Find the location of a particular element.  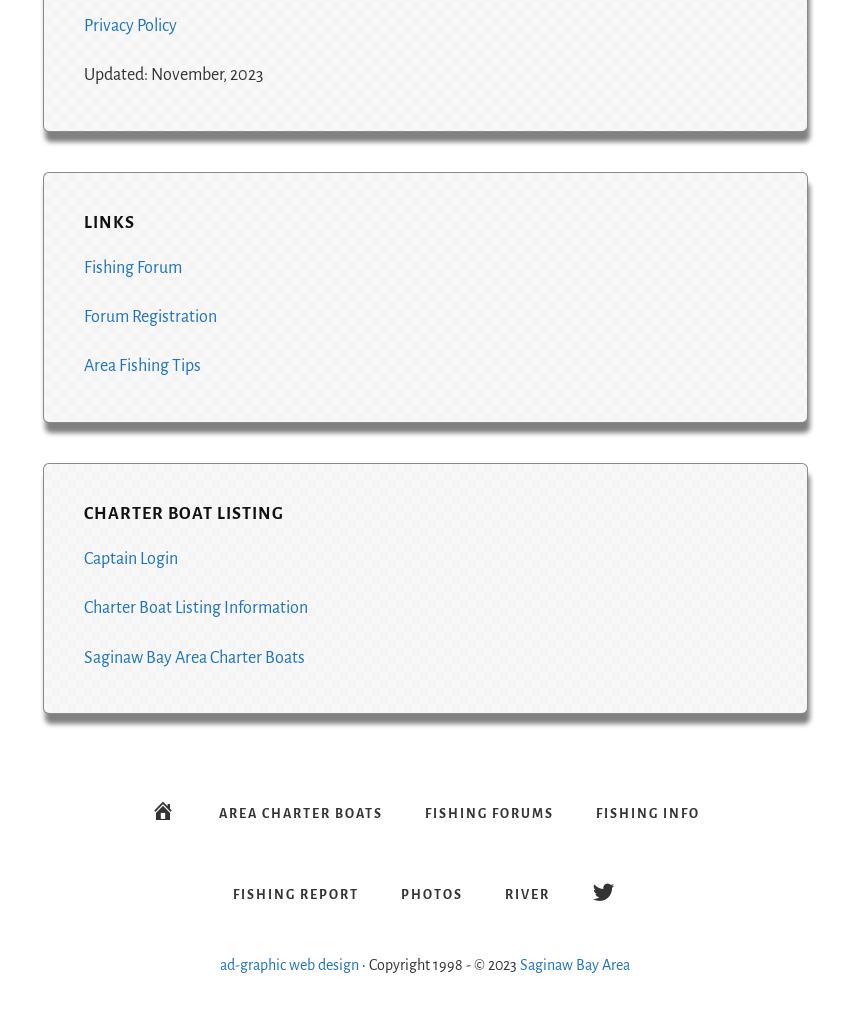

'Saginaw Bay Area Charter Boats' is located at coordinates (192, 656).